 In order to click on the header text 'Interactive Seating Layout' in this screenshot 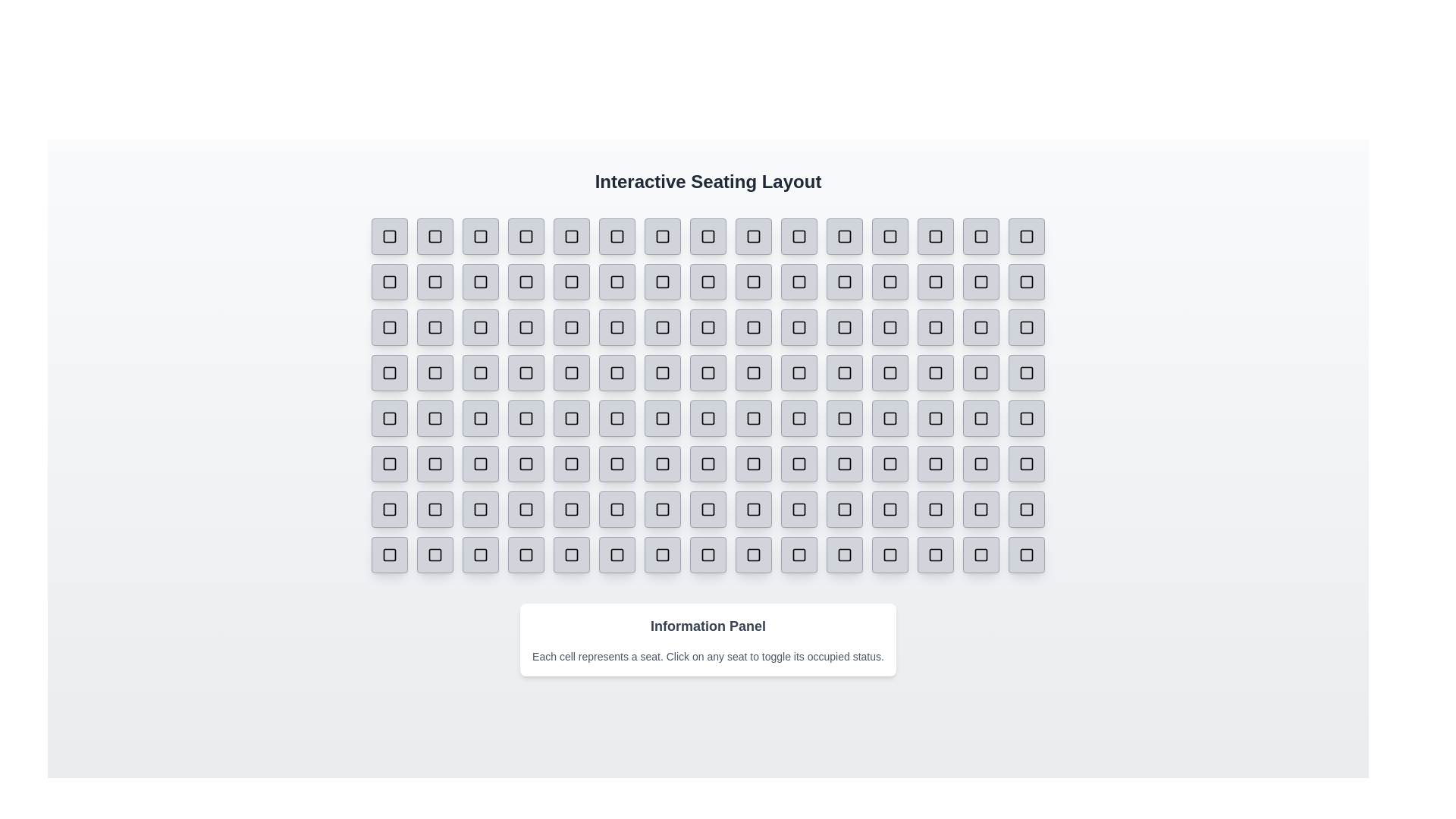, I will do `click(708, 180)`.